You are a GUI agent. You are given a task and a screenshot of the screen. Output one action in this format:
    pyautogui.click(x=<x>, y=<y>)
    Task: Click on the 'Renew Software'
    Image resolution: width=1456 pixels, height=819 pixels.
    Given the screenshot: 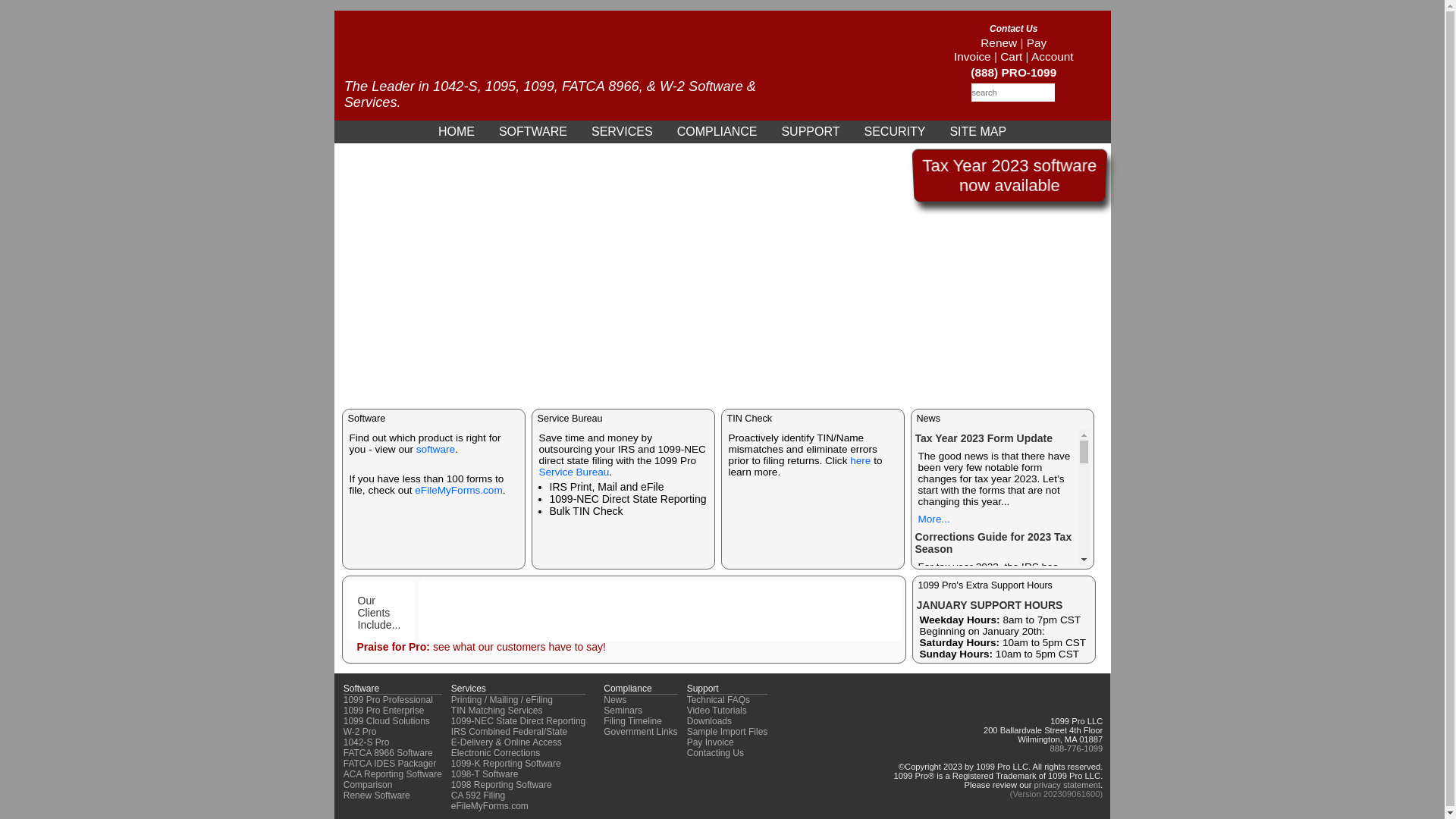 What is the action you would take?
    pyautogui.click(x=377, y=795)
    